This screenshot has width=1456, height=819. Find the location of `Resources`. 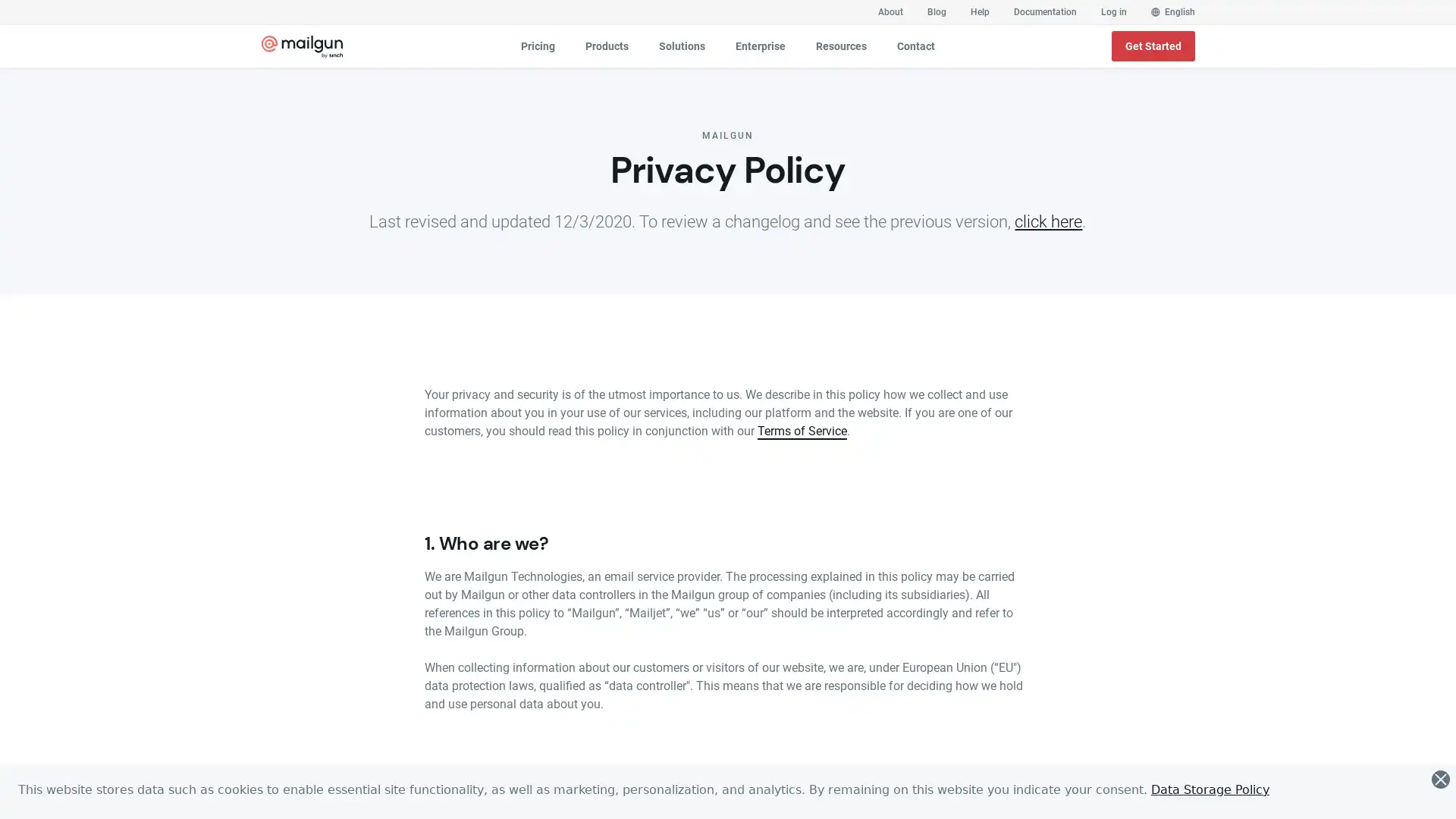

Resources is located at coordinates (839, 45).